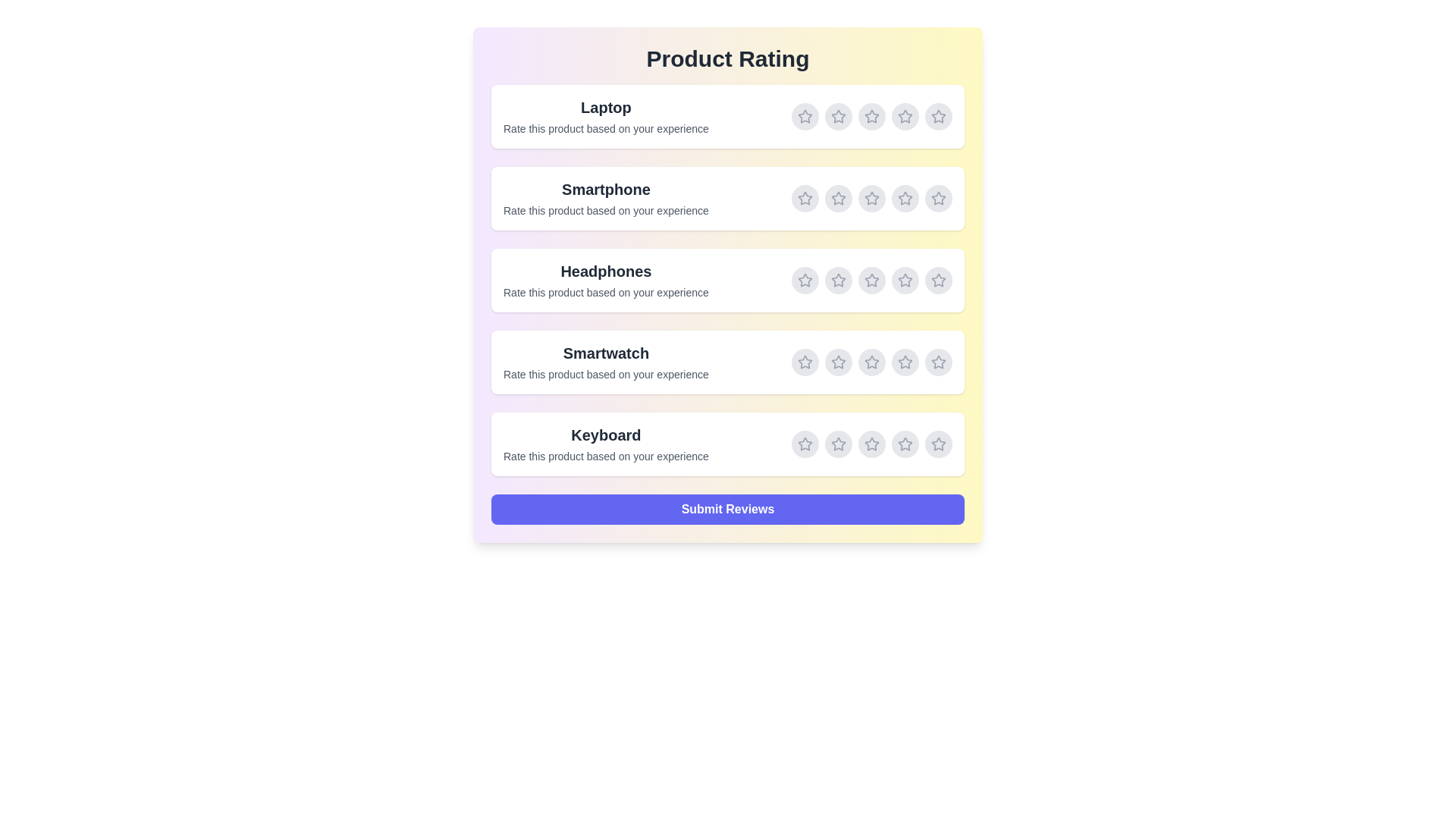 The width and height of the screenshot is (1456, 819). Describe the element at coordinates (905, 116) in the screenshot. I see `the rating for Laptop to 4 stars` at that location.